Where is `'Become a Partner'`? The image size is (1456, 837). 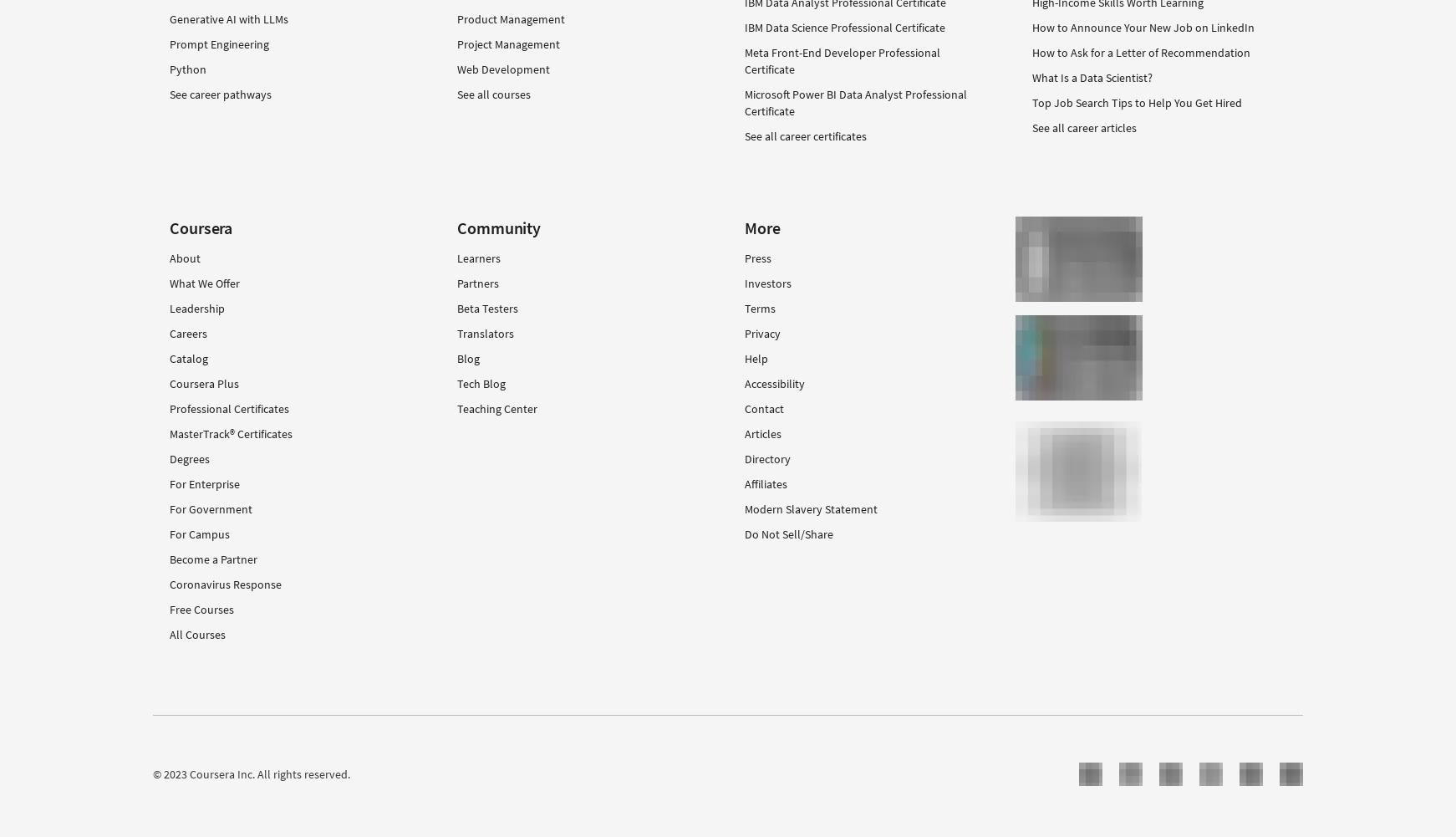
'Become a Partner' is located at coordinates (213, 558).